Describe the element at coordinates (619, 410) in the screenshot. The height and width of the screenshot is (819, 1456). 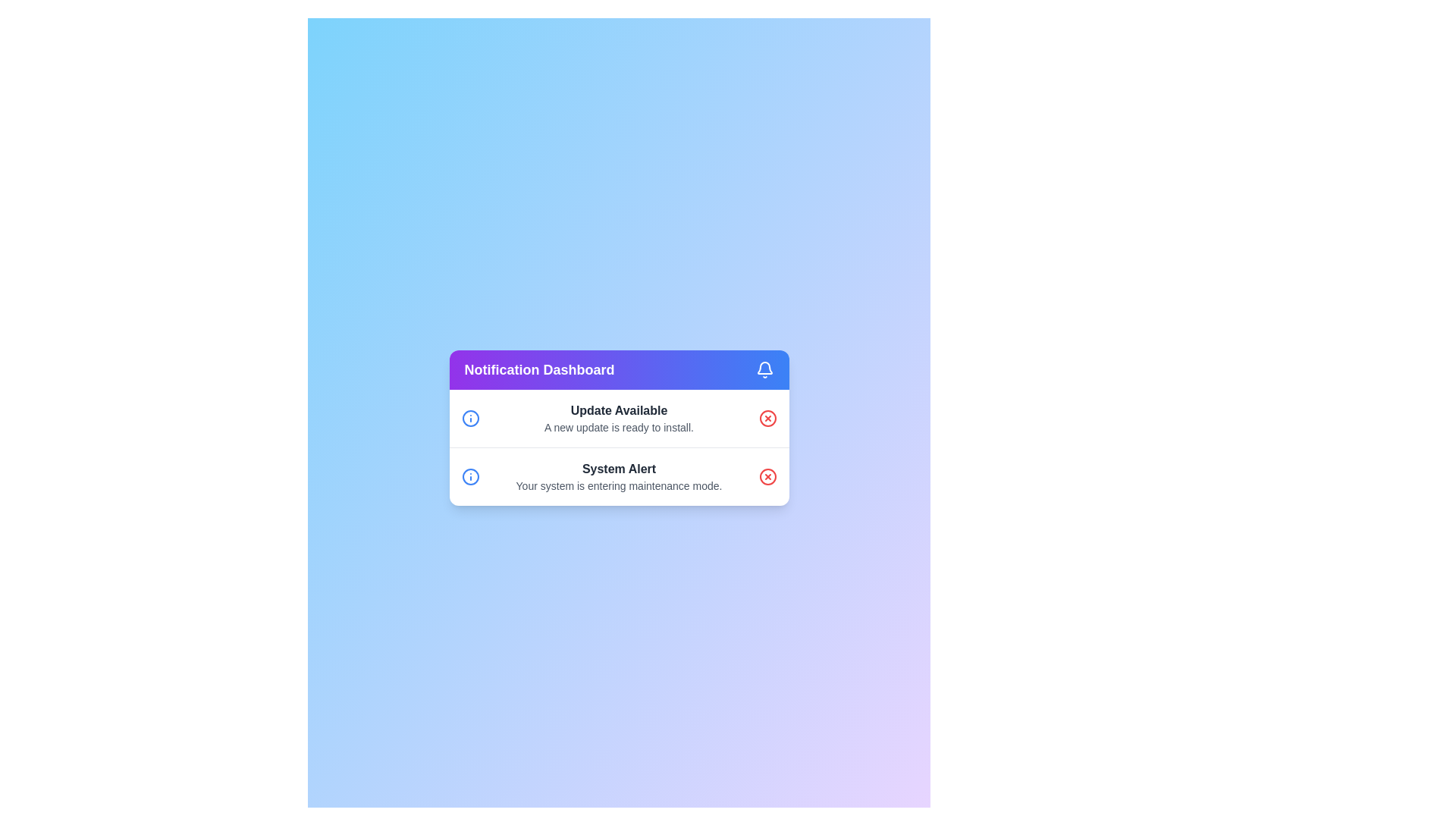
I see `title text label of the notification that summarizes the purpose of the message about an available update, located beneath the 'Notification Dashboard' heading and above the descriptive text` at that location.